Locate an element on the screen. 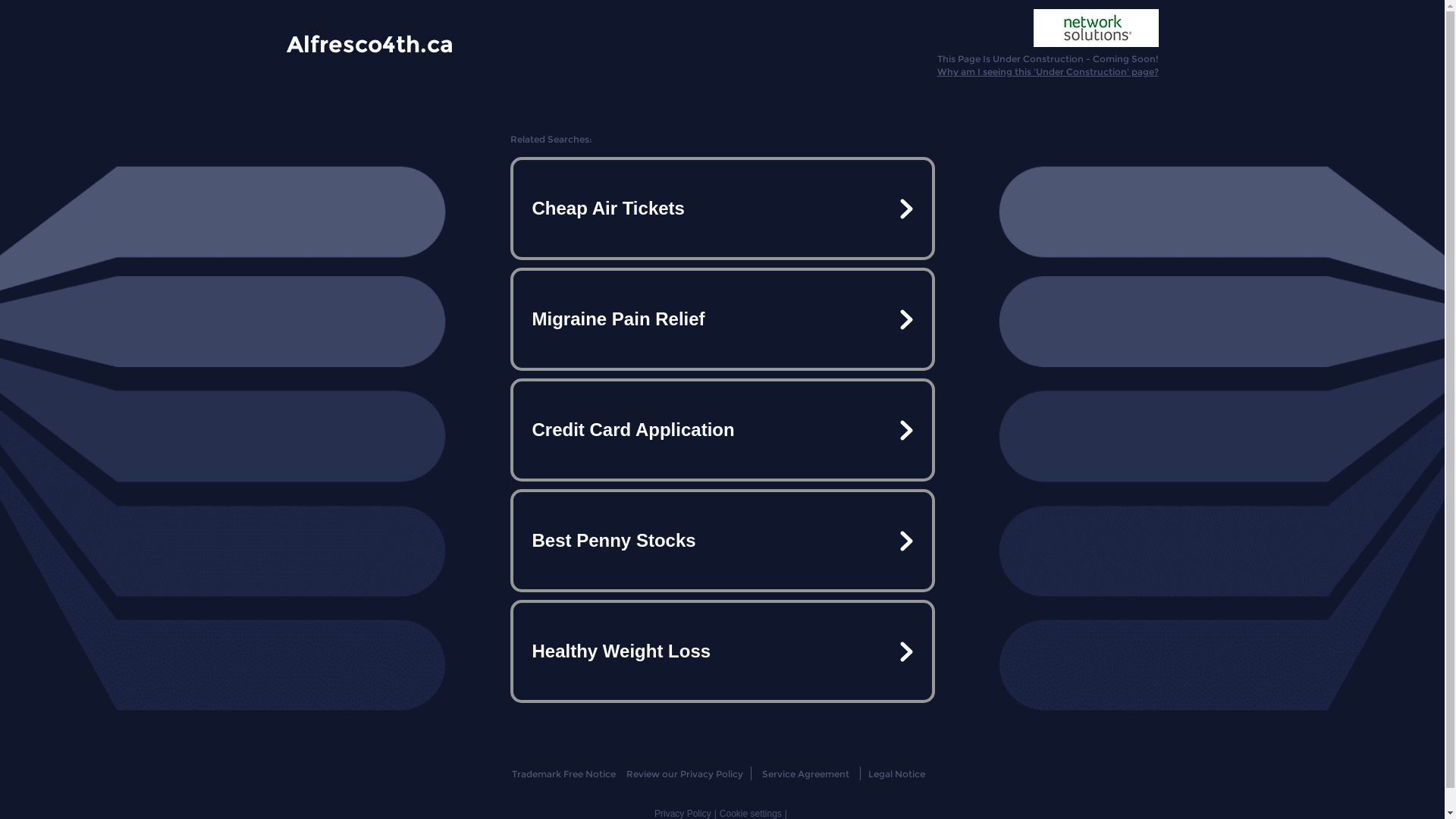  'Healthy Weight Loss' is located at coordinates (720, 651).